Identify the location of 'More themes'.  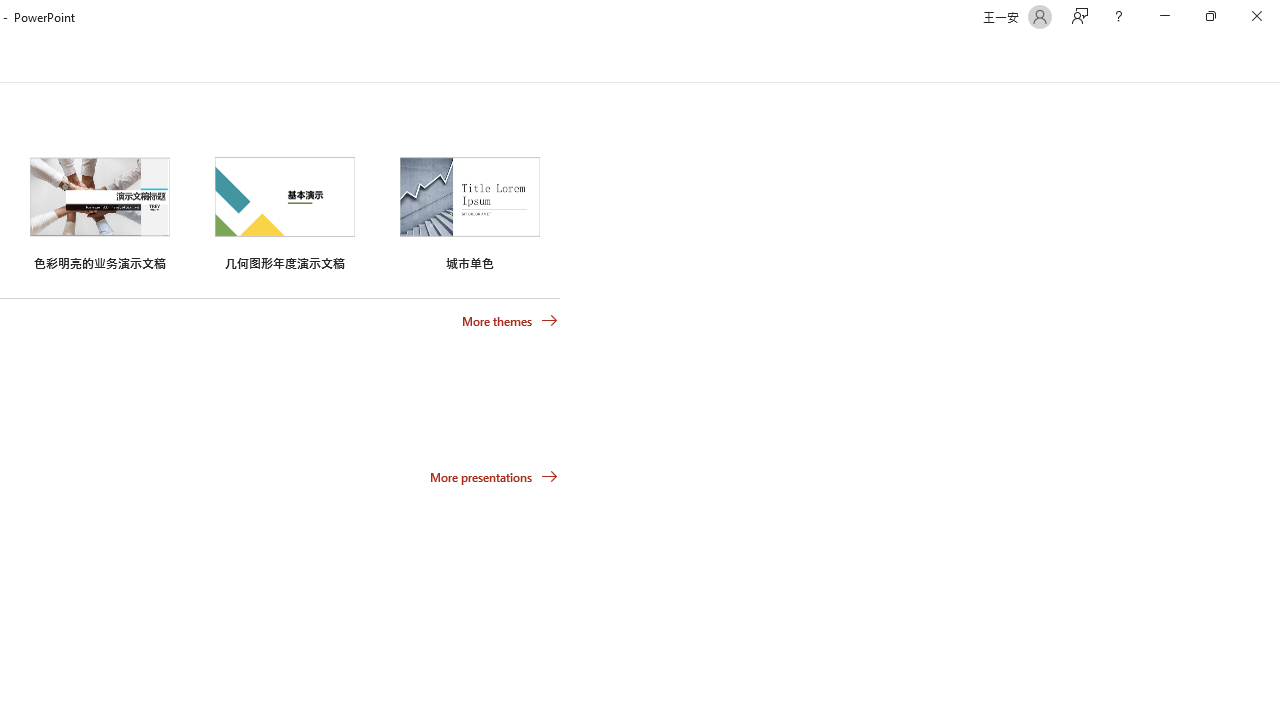
(510, 320).